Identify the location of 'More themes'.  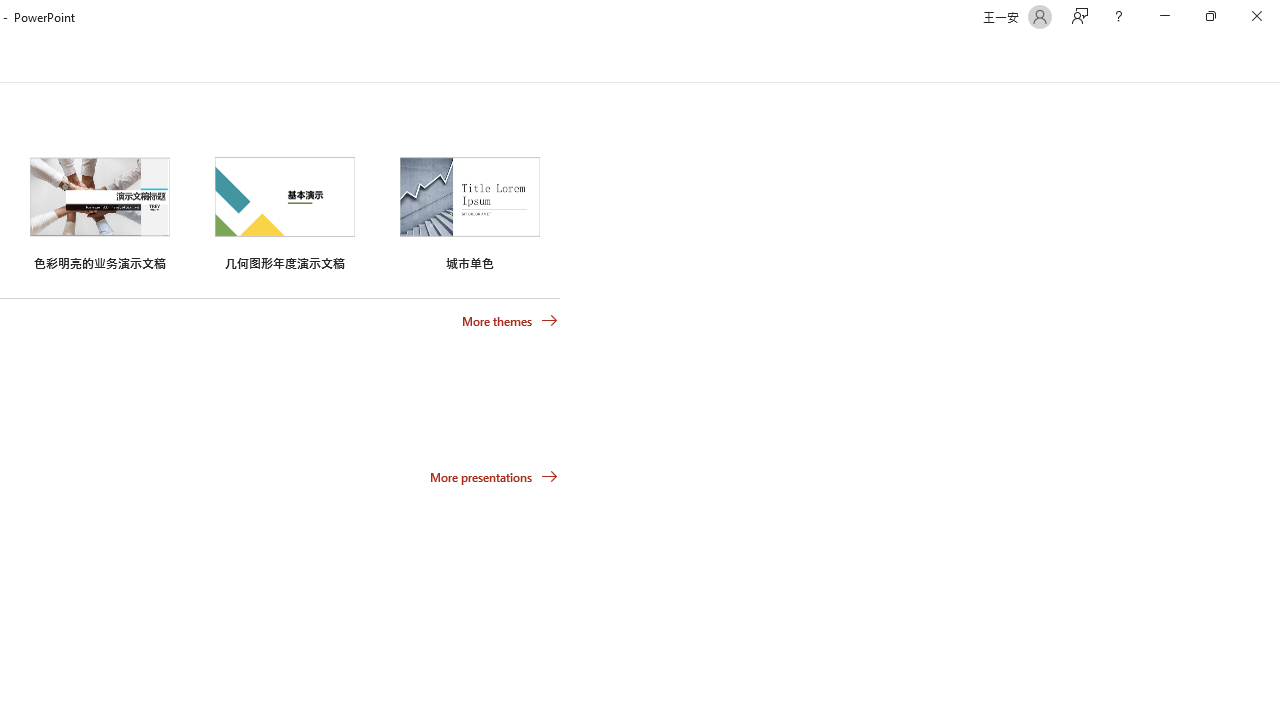
(510, 320).